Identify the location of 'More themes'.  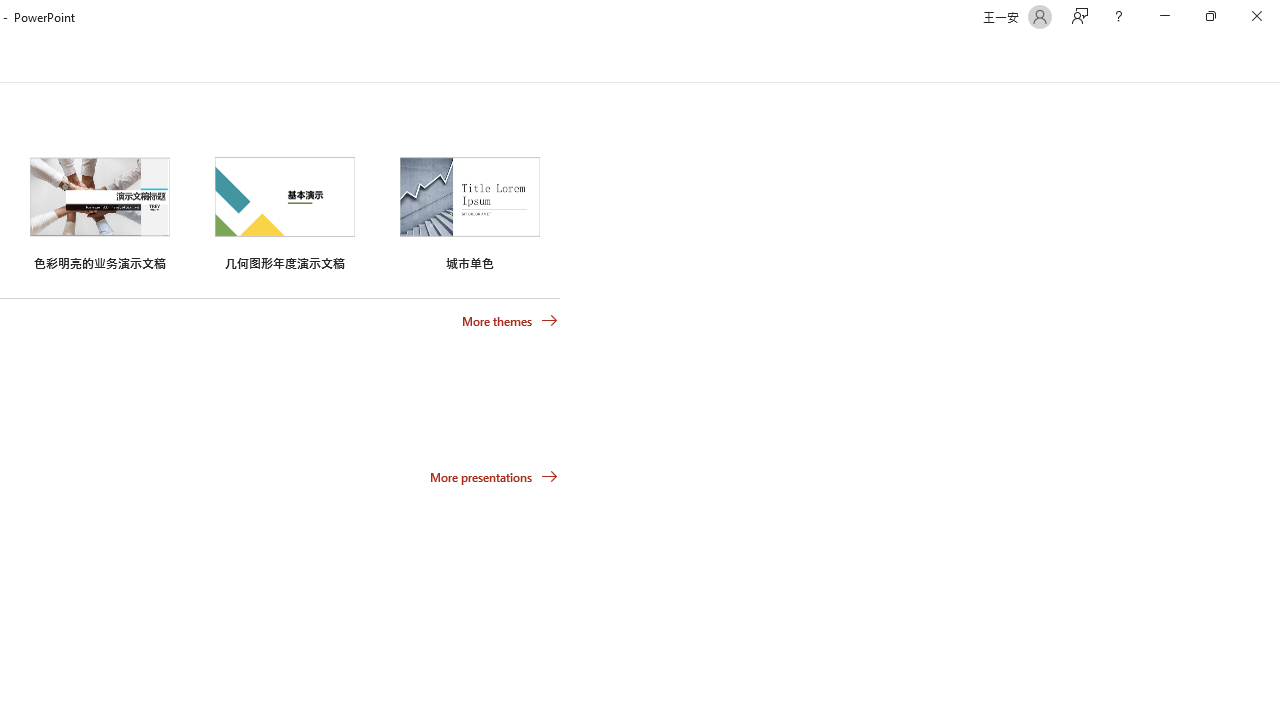
(510, 320).